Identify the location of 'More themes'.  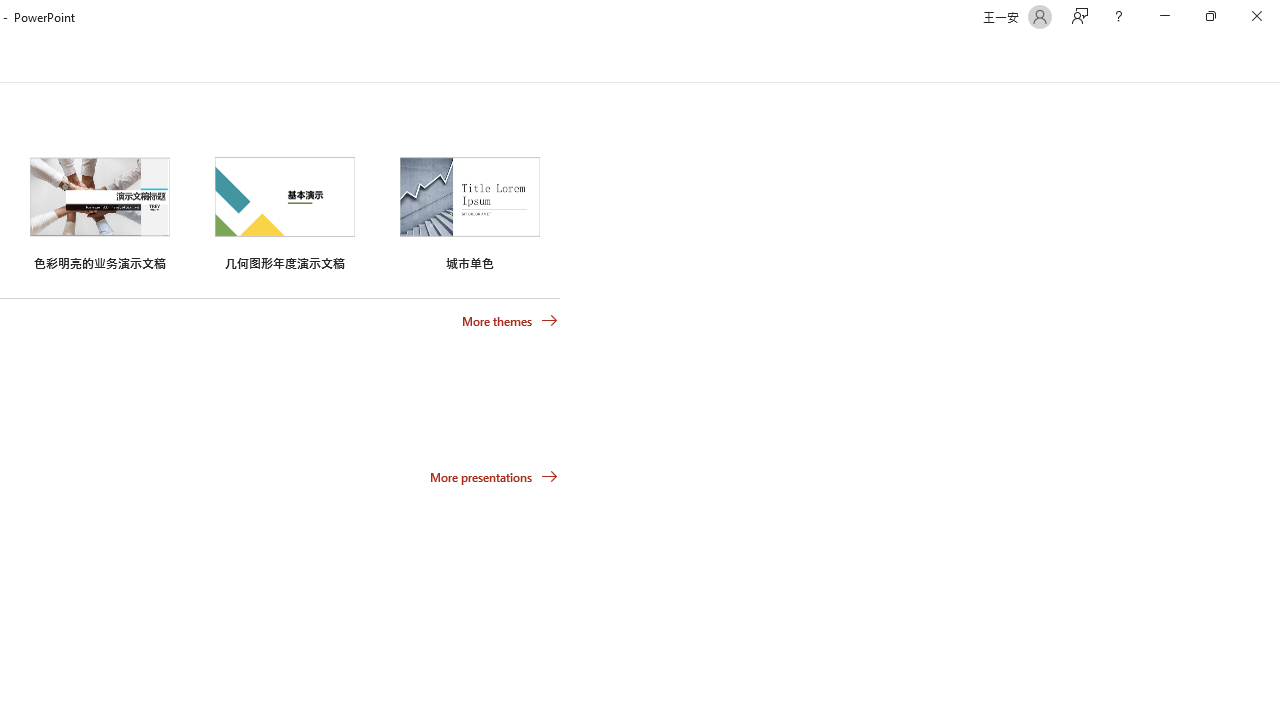
(510, 320).